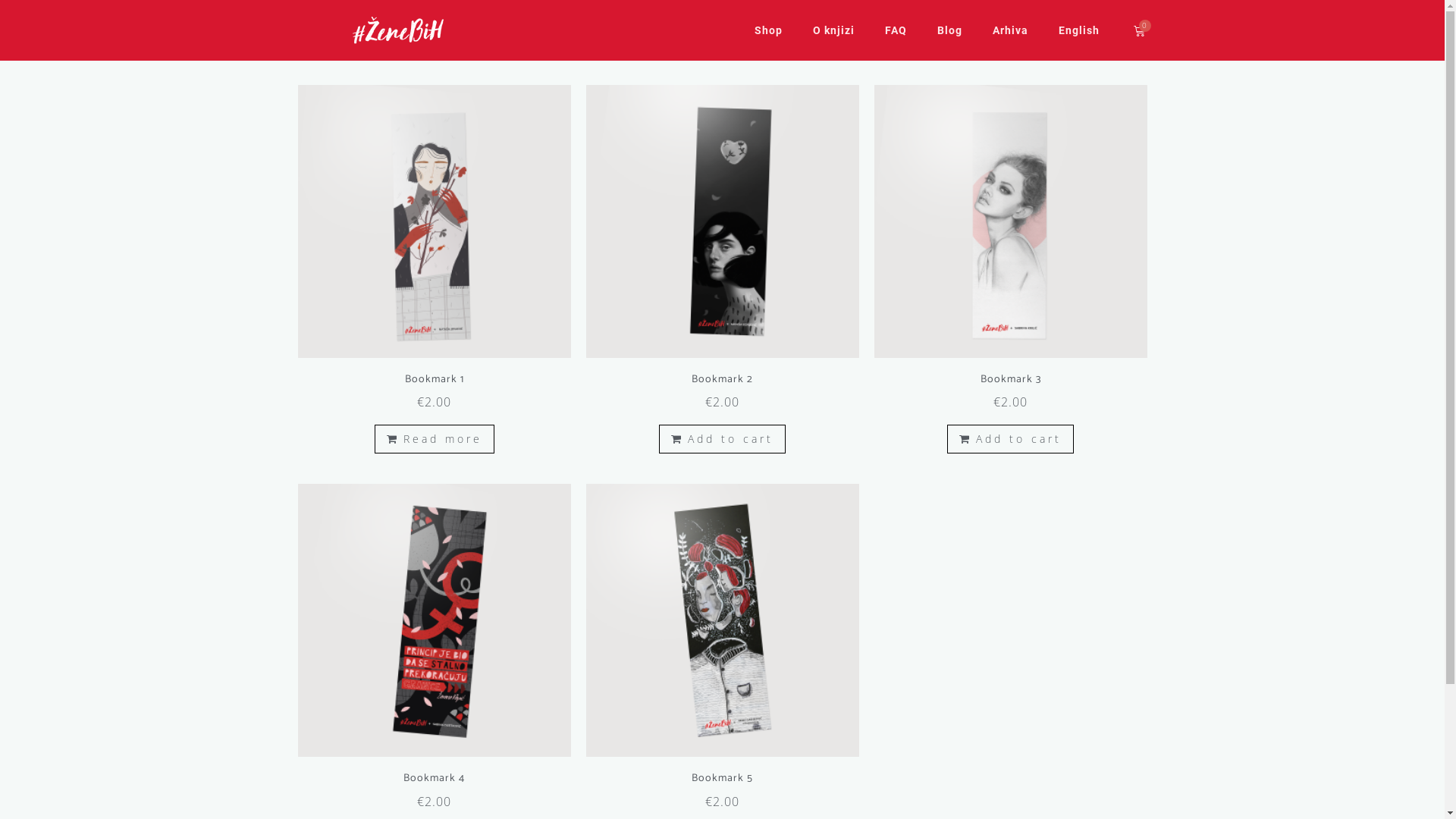  What do you see at coordinates (1009, 30) in the screenshot?
I see `'Arhiva'` at bounding box center [1009, 30].